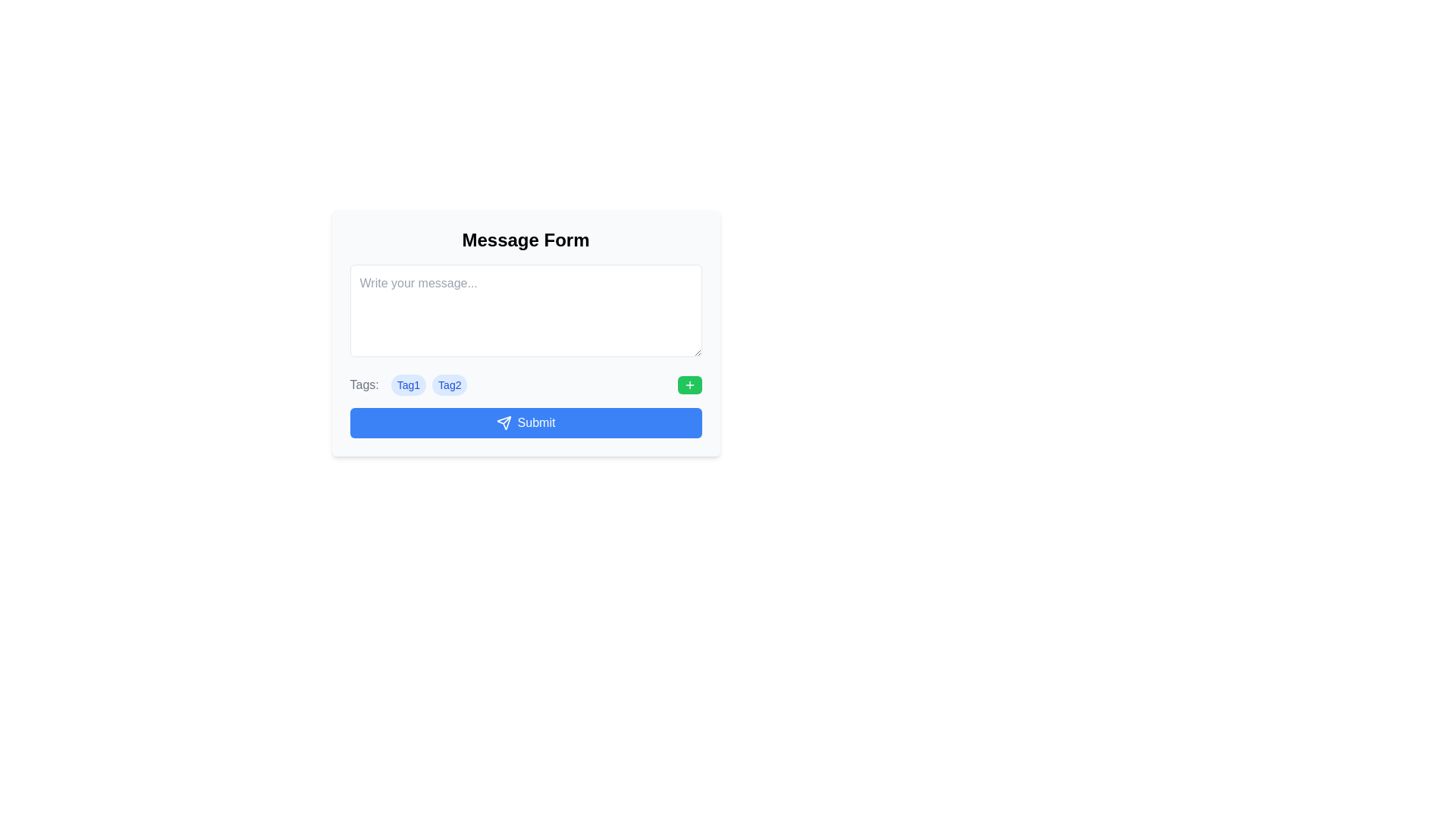 The width and height of the screenshot is (1456, 819). I want to click on the green button with white text and a plus symbol icon located at the rightmost end of the horizontal line containing tags, so click(689, 384).